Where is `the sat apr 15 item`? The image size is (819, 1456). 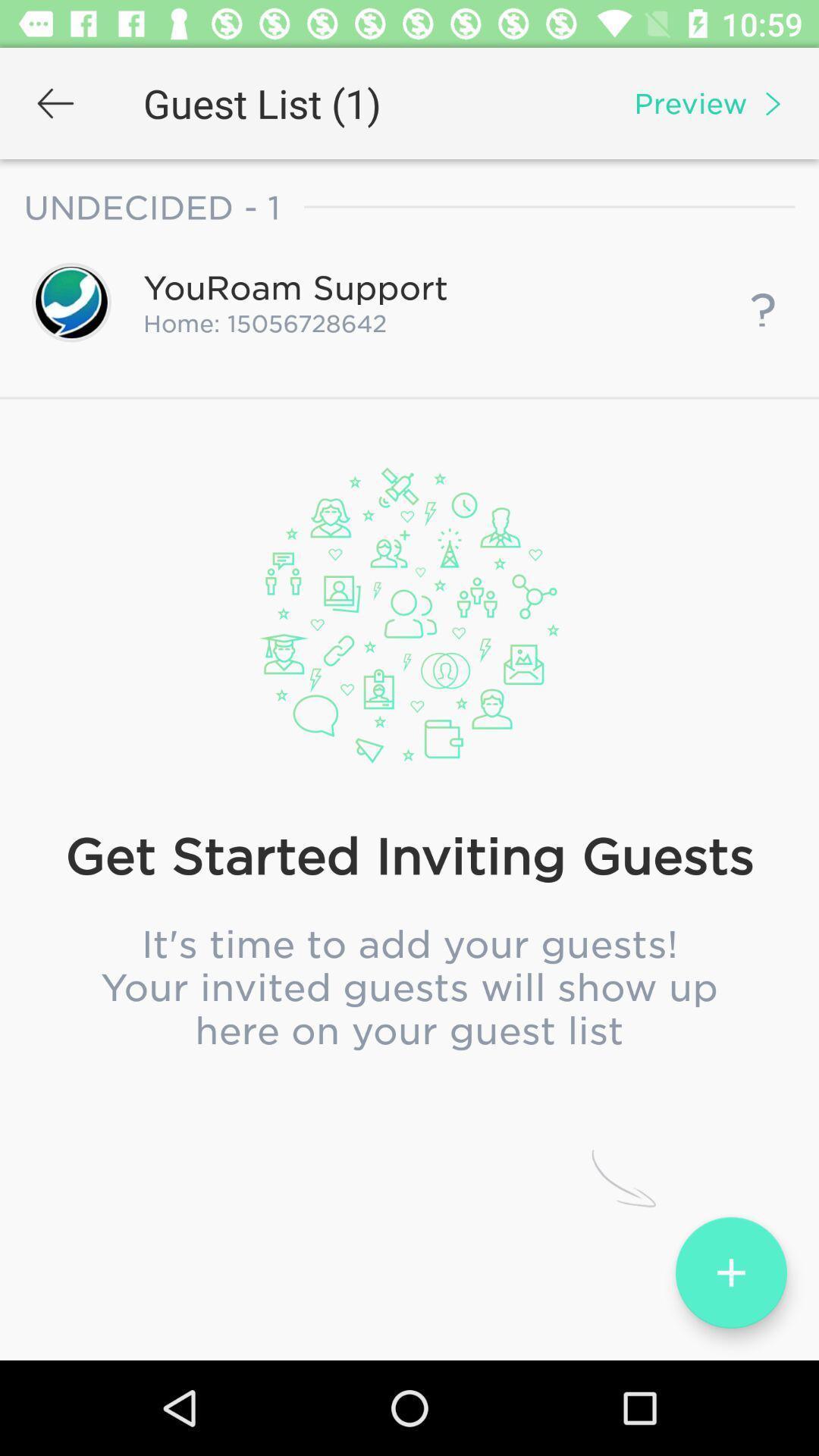 the sat apr 15 item is located at coordinates (409, 630).